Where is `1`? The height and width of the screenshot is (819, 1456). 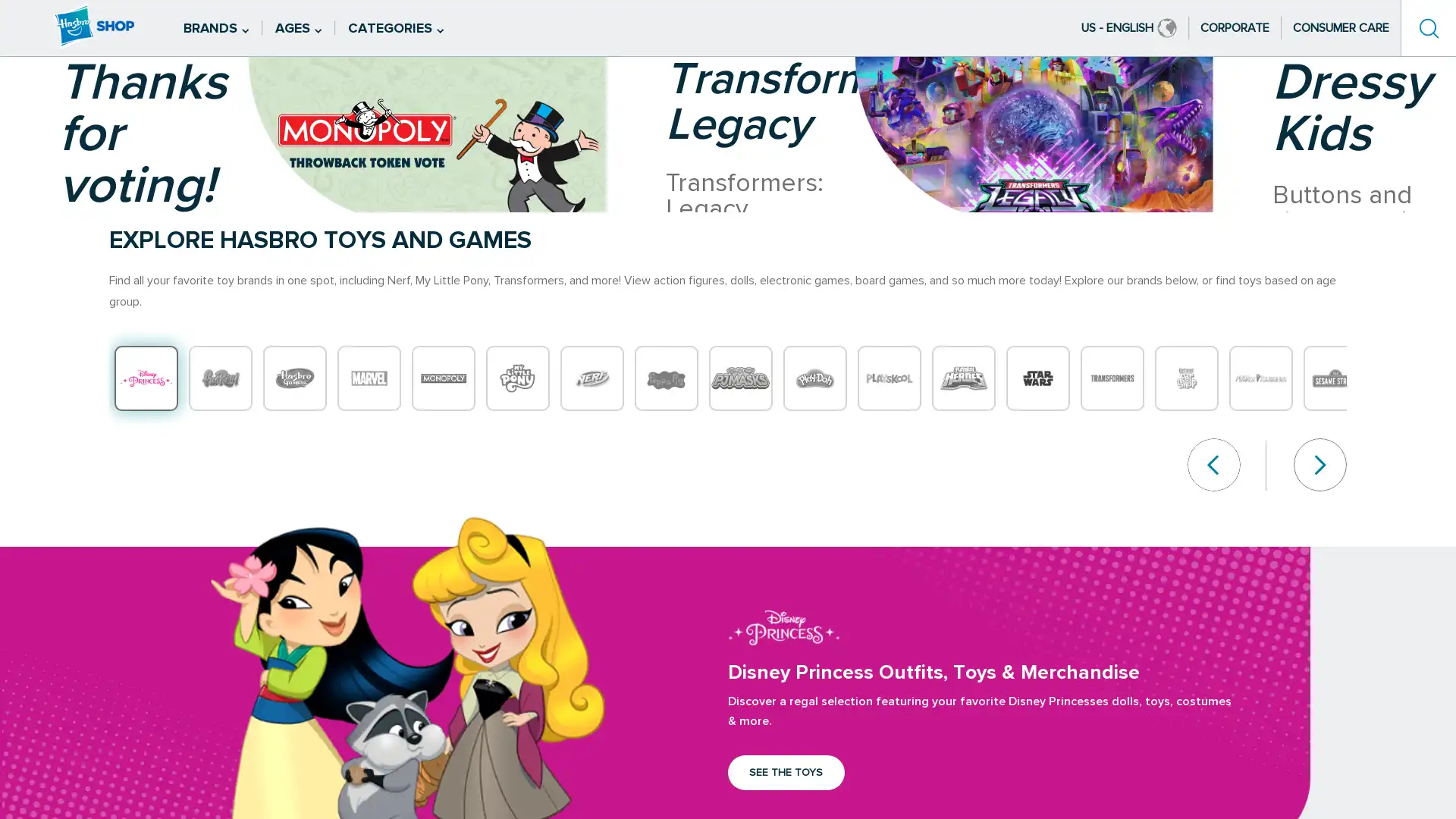 1 is located at coordinates (55, 243).